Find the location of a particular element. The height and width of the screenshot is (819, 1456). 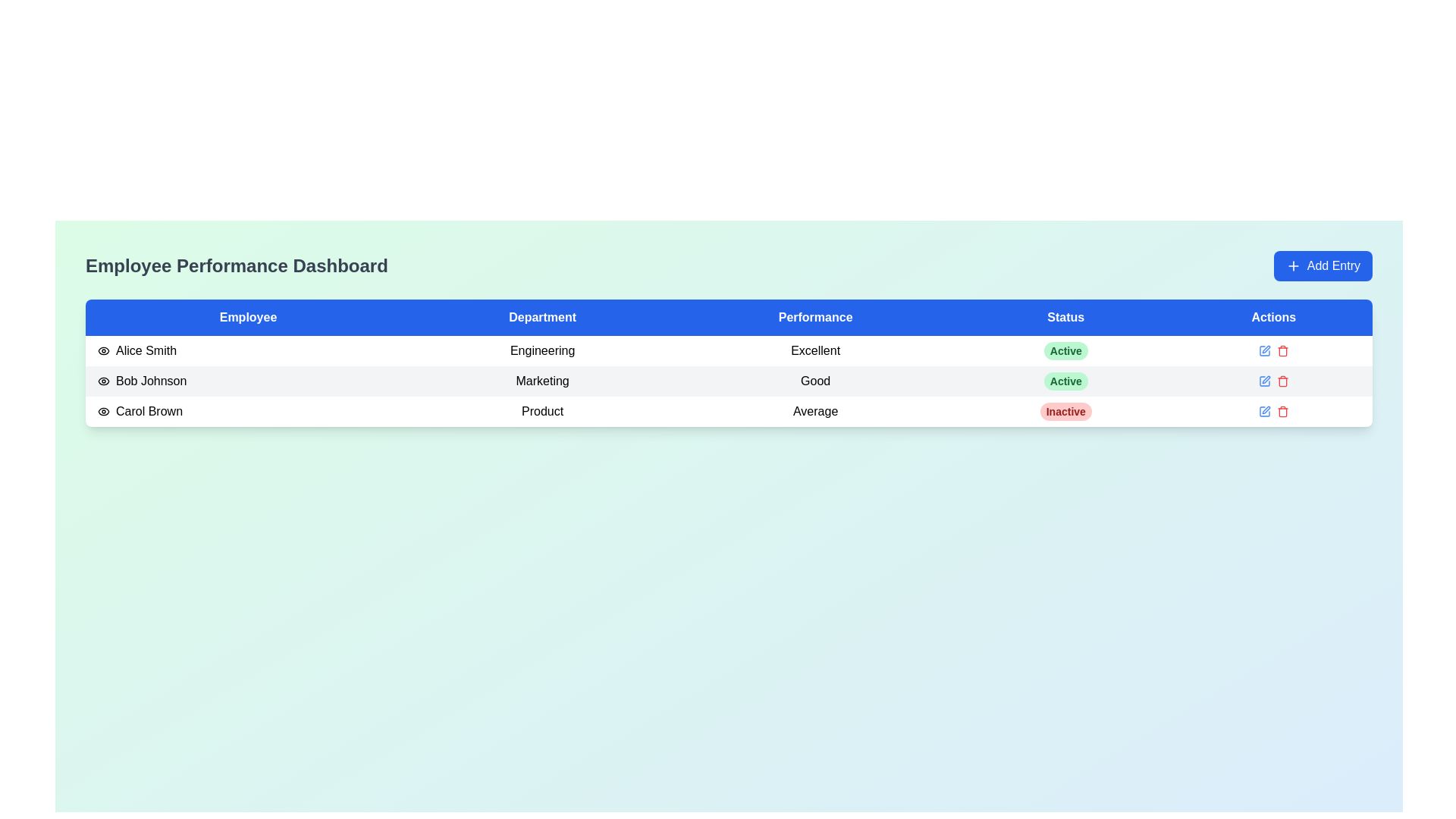

the edit action button, which is the first icon from the left in the 'Actions' column of the last row in the table is located at coordinates (1264, 412).